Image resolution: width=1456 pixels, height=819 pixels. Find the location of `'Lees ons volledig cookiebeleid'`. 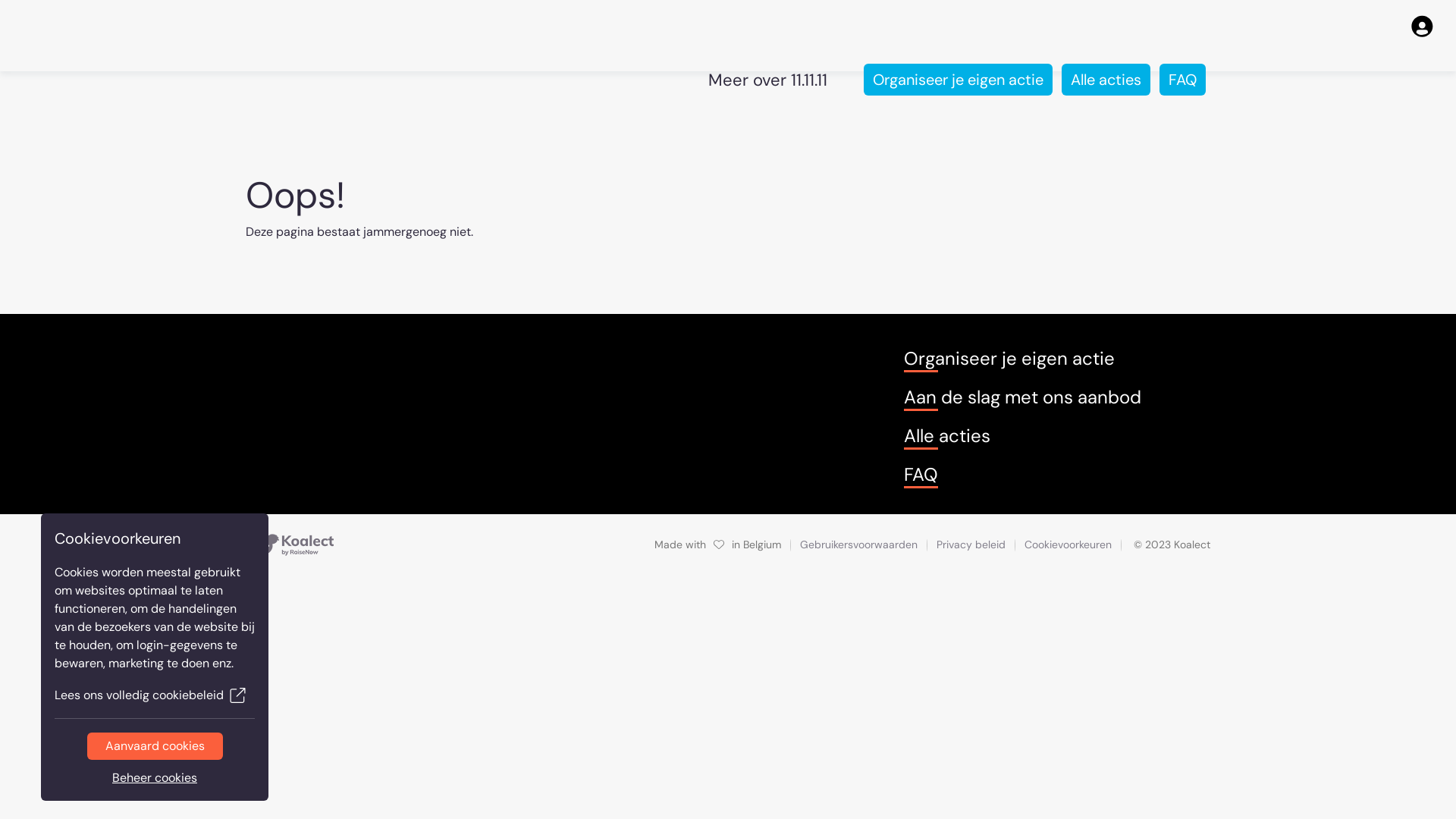

'Lees ons volledig cookiebeleid' is located at coordinates (154, 695).